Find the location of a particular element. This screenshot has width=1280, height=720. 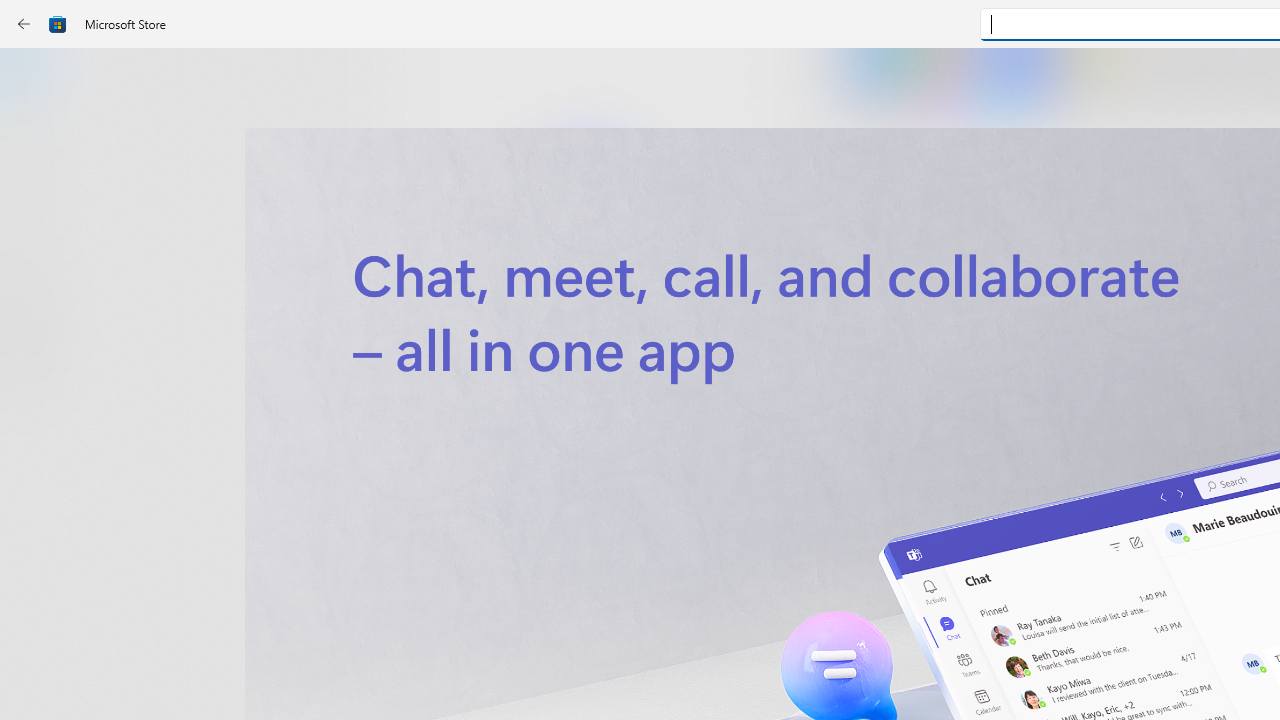

'Back' is located at coordinates (24, 24).